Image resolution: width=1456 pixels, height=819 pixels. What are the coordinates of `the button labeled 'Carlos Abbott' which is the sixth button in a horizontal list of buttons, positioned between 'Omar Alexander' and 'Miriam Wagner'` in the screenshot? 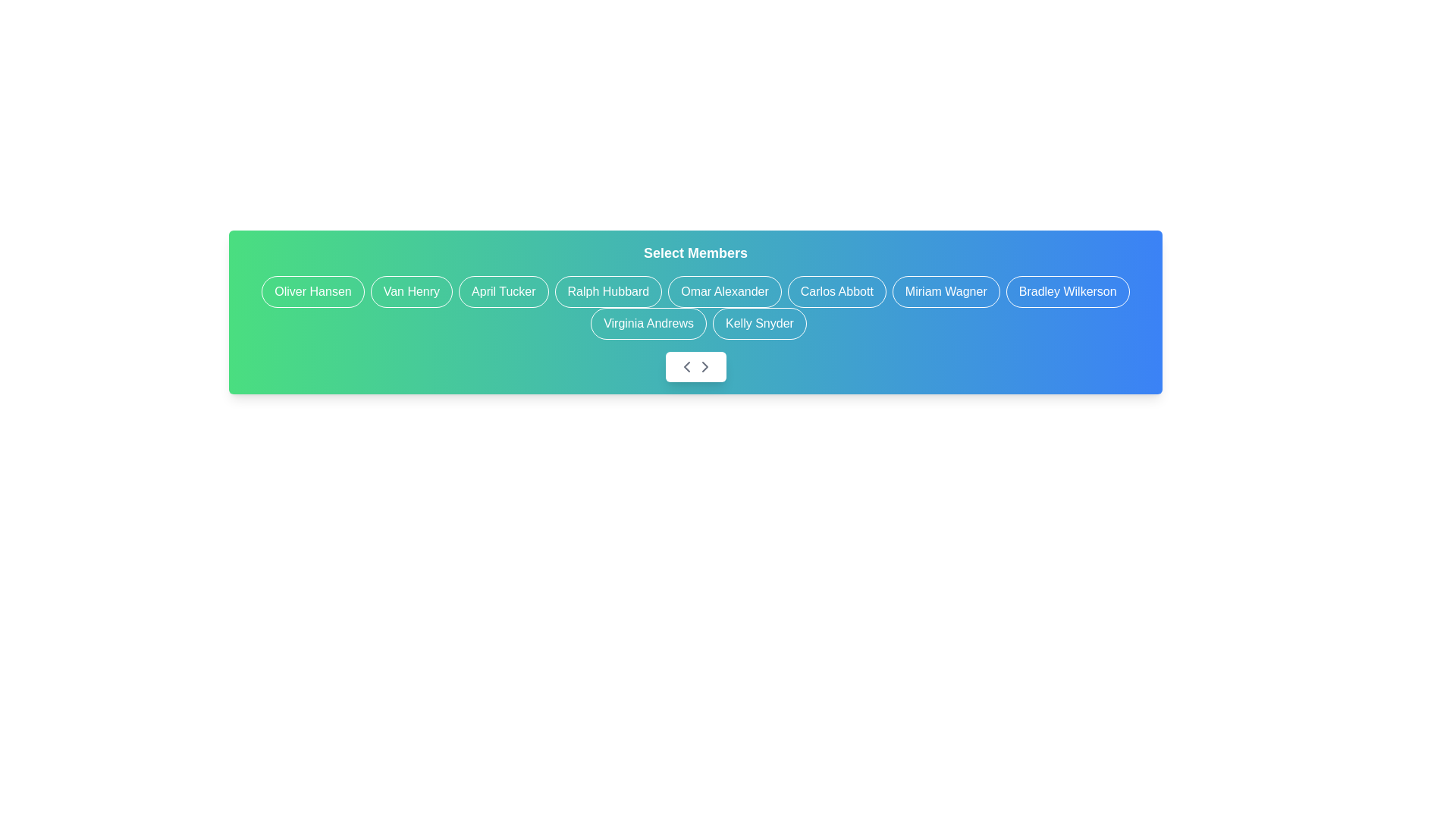 It's located at (836, 292).